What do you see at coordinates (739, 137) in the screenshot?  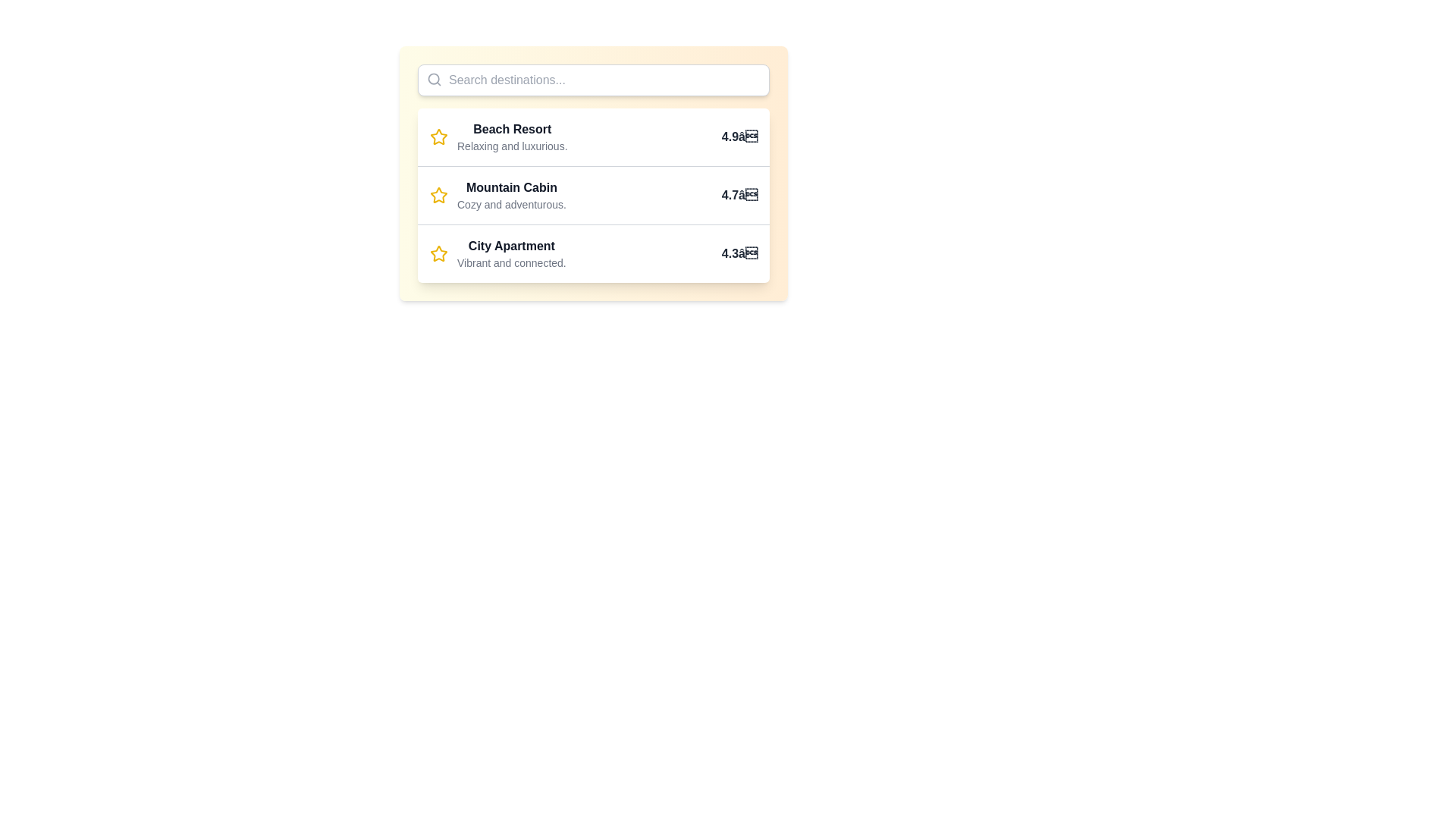 I see `the text element displaying '4.9â­', which is styled as a rating indicator and located to the right of the title 'Beach Resort'` at bounding box center [739, 137].